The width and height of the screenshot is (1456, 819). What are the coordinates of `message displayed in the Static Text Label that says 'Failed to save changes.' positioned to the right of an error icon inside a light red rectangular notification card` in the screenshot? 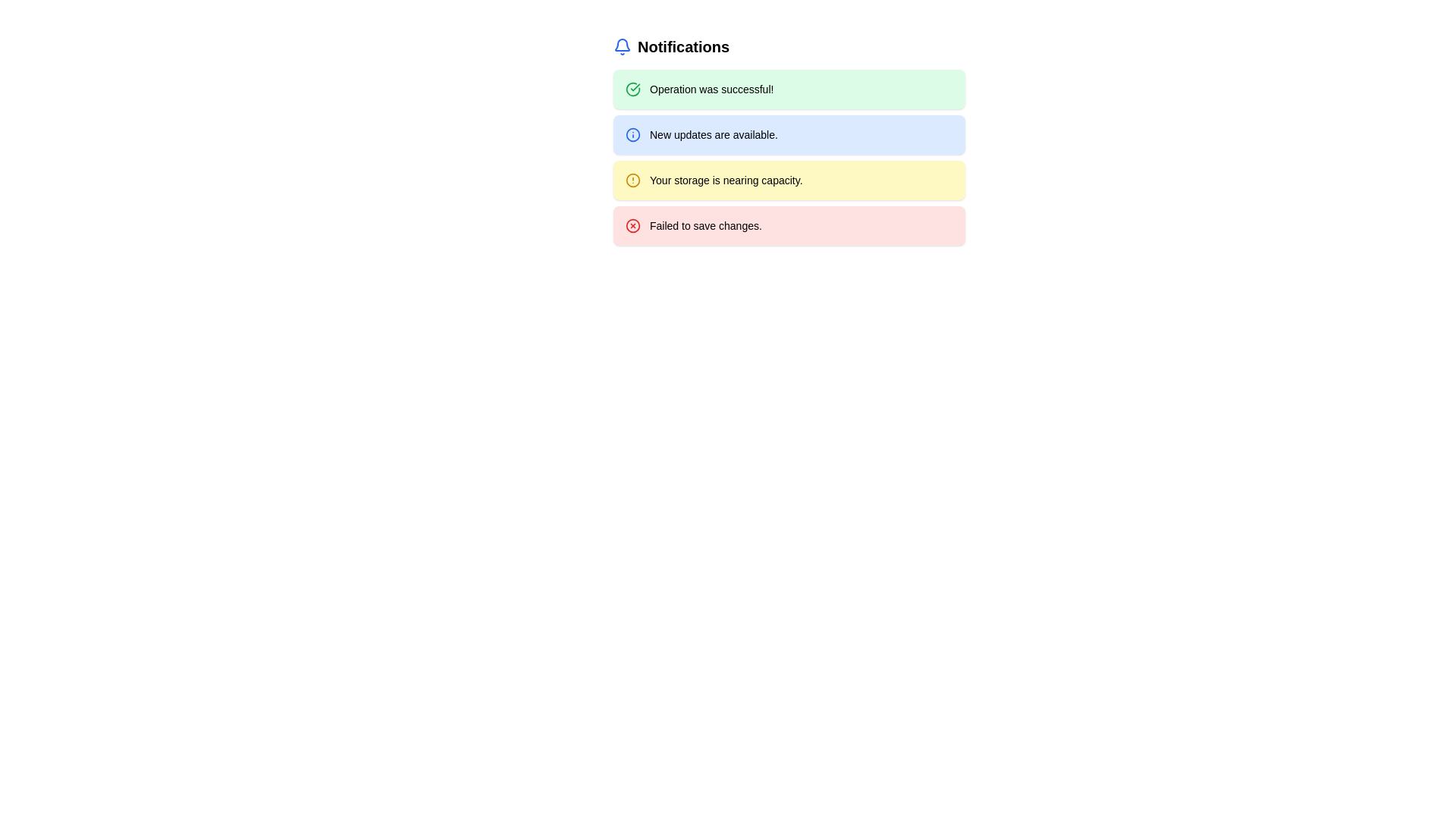 It's located at (705, 225).